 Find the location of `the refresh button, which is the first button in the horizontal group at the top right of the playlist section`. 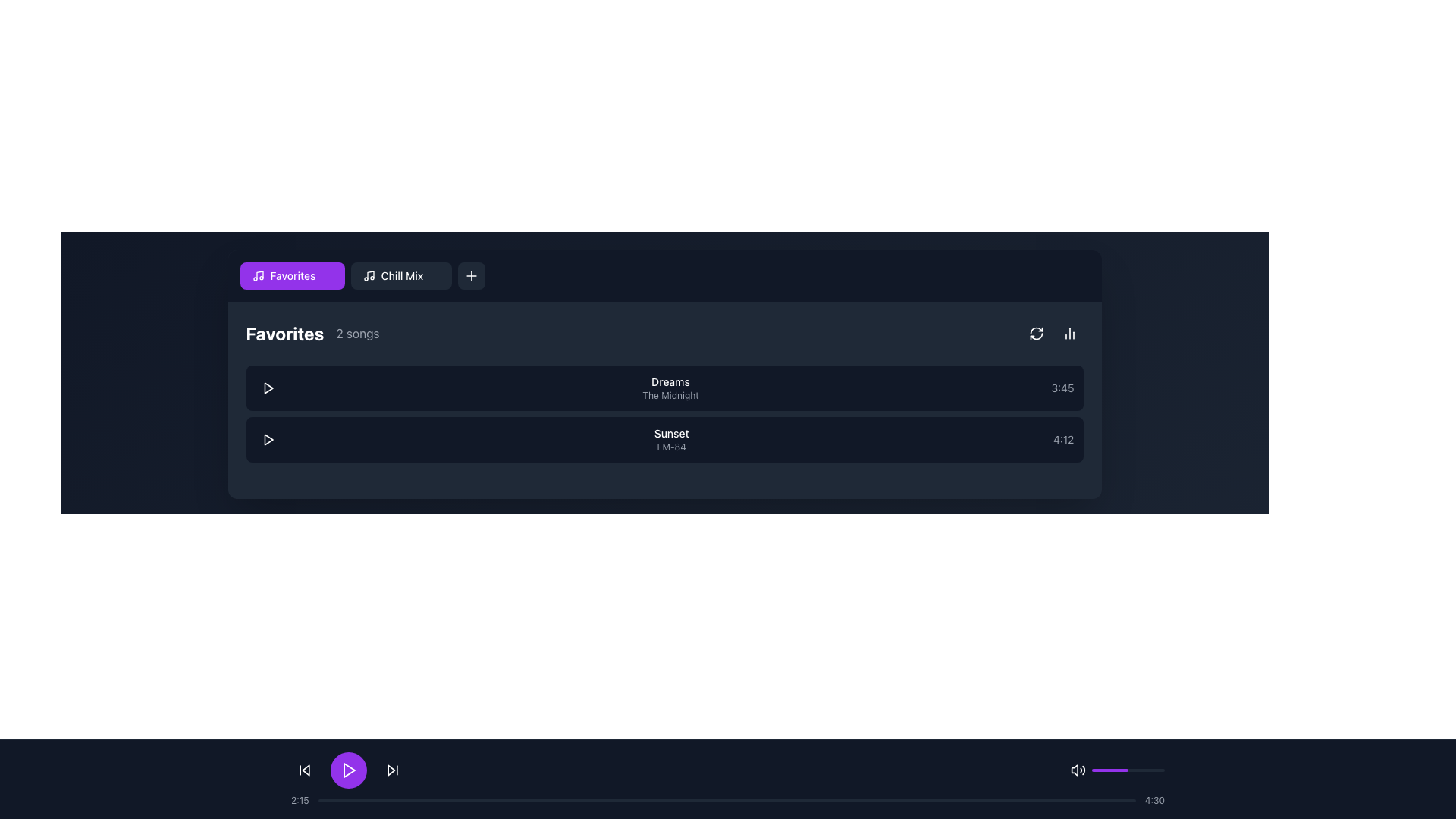

the refresh button, which is the first button in the horizontal group at the top right of the playlist section is located at coordinates (1035, 332).